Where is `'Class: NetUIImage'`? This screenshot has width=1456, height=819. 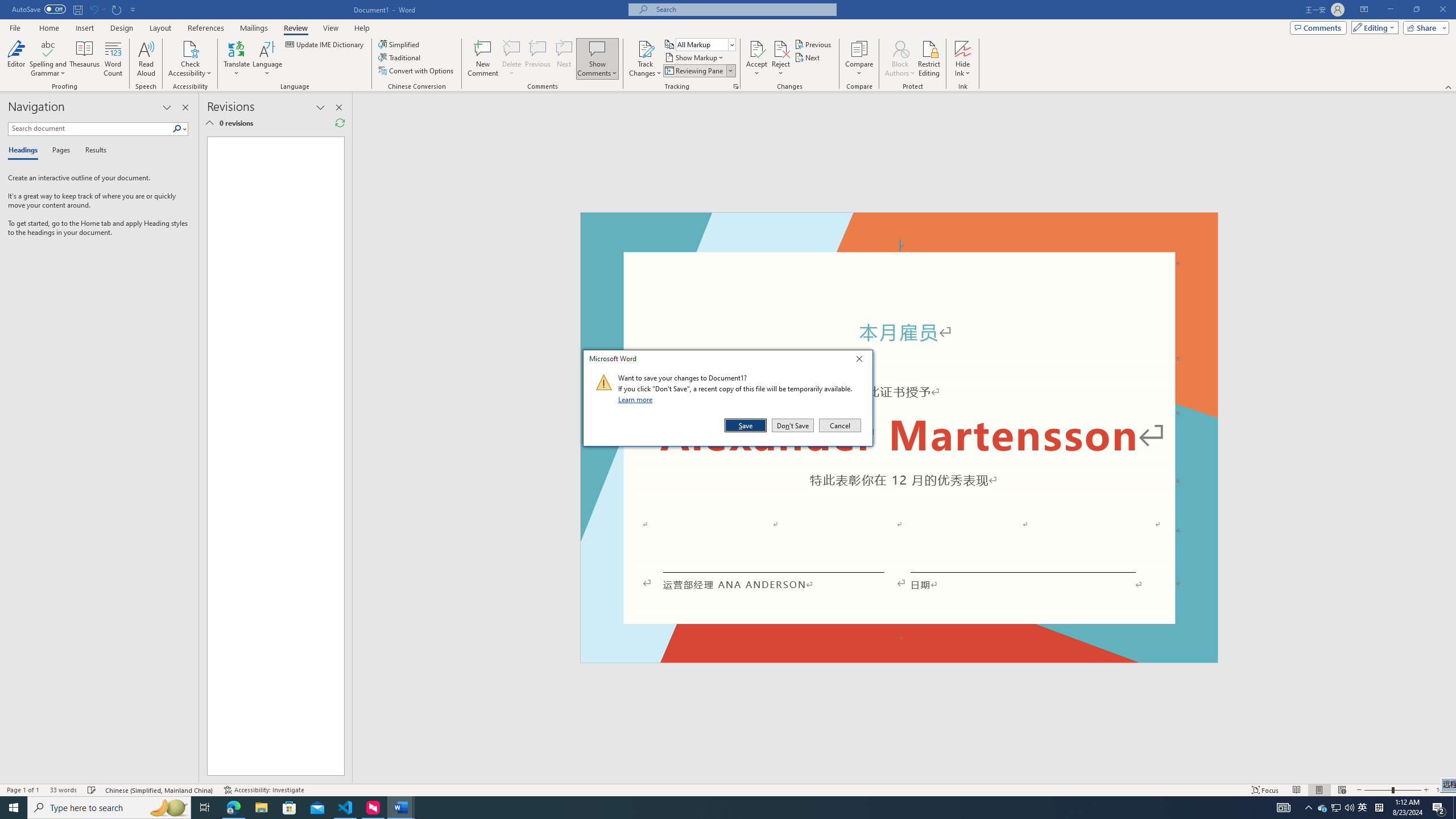 'Class: NetUIImage' is located at coordinates (603, 382).